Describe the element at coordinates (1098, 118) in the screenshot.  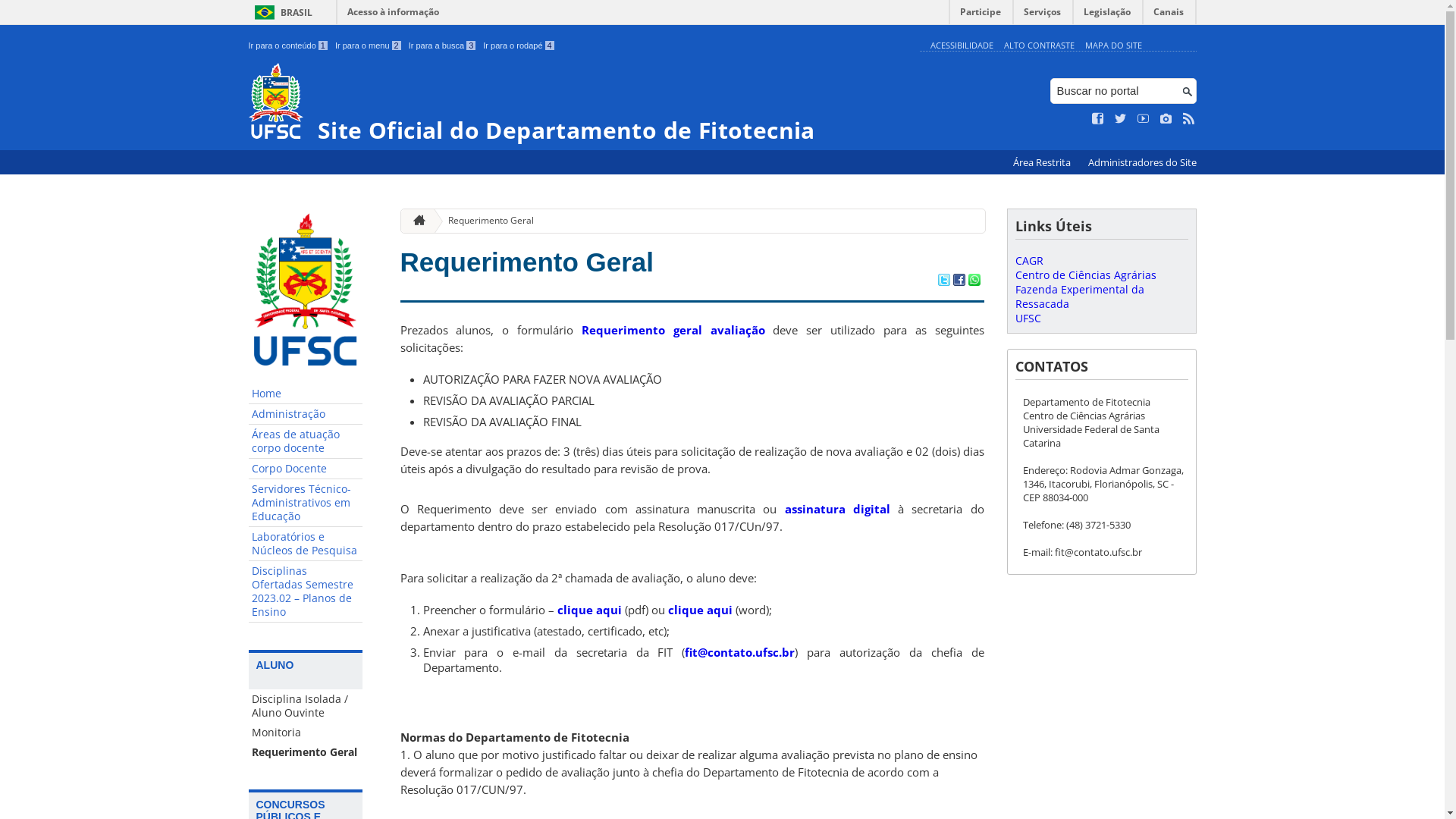
I see `'Curta no Facebook'` at that location.